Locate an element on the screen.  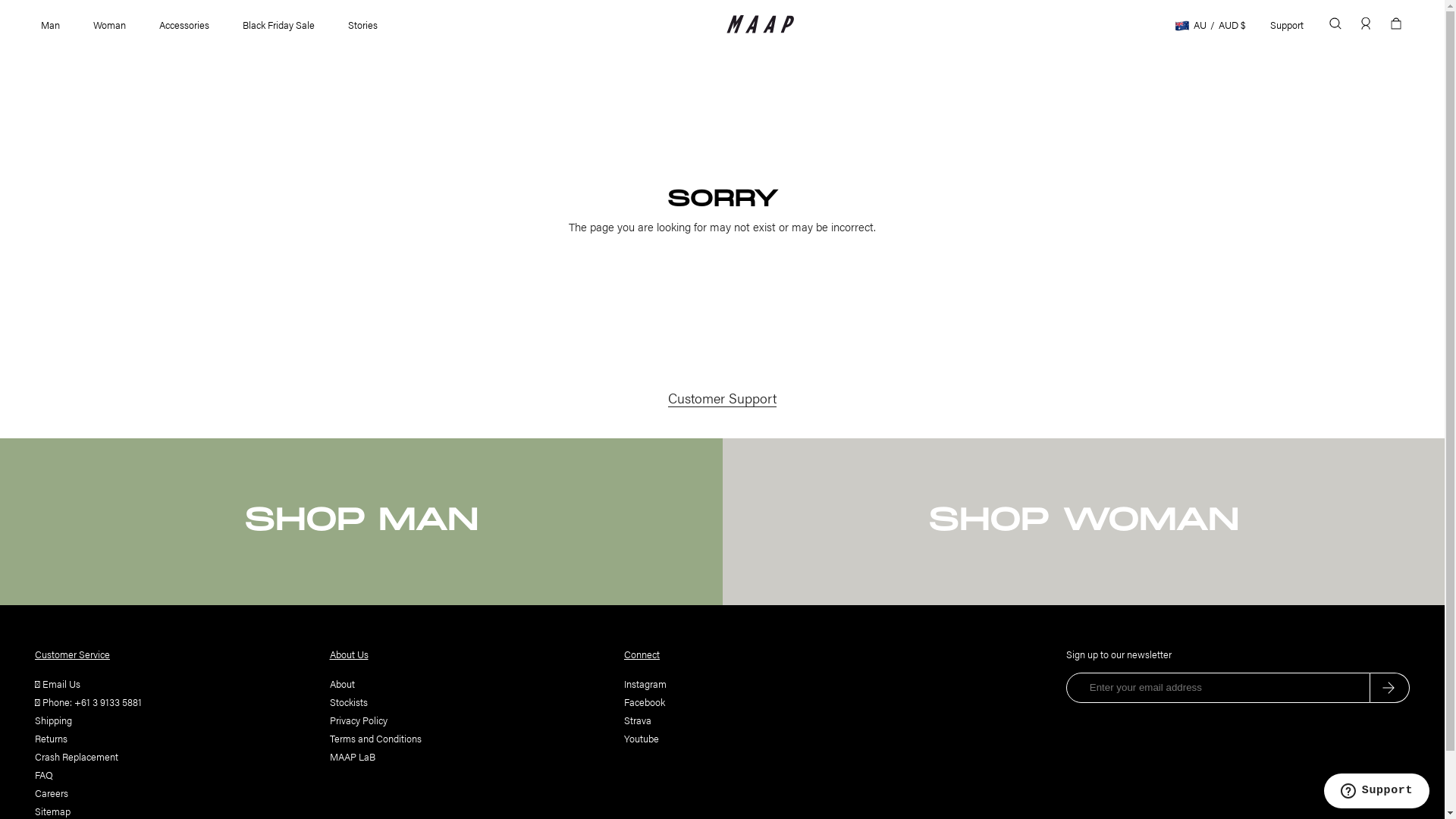
'FAQ' is located at coordinates (43, 774).